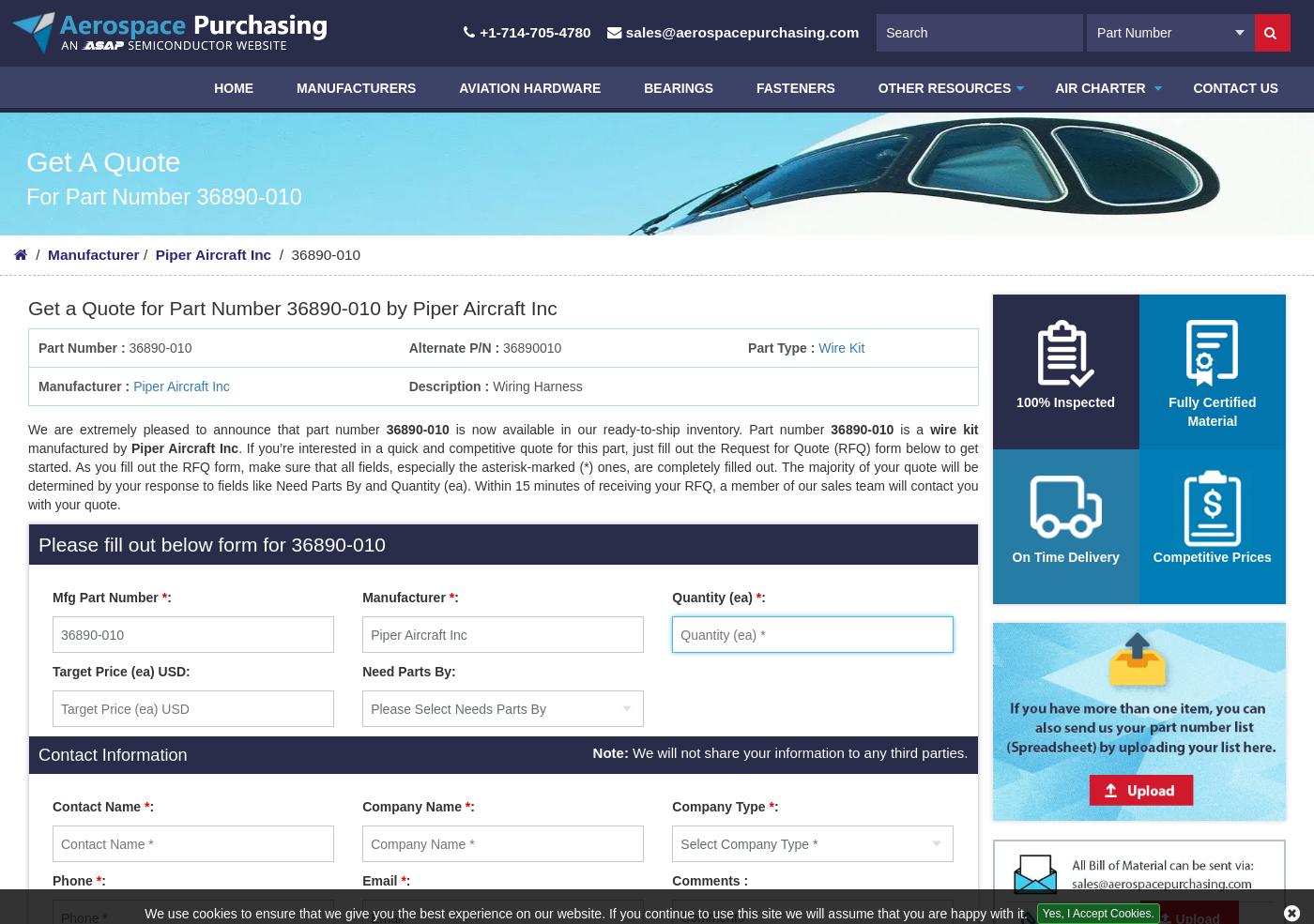  Describe the element at coordinates (534, 31) in the screenshot. I see `'+1-714-705-4780'` at that location.